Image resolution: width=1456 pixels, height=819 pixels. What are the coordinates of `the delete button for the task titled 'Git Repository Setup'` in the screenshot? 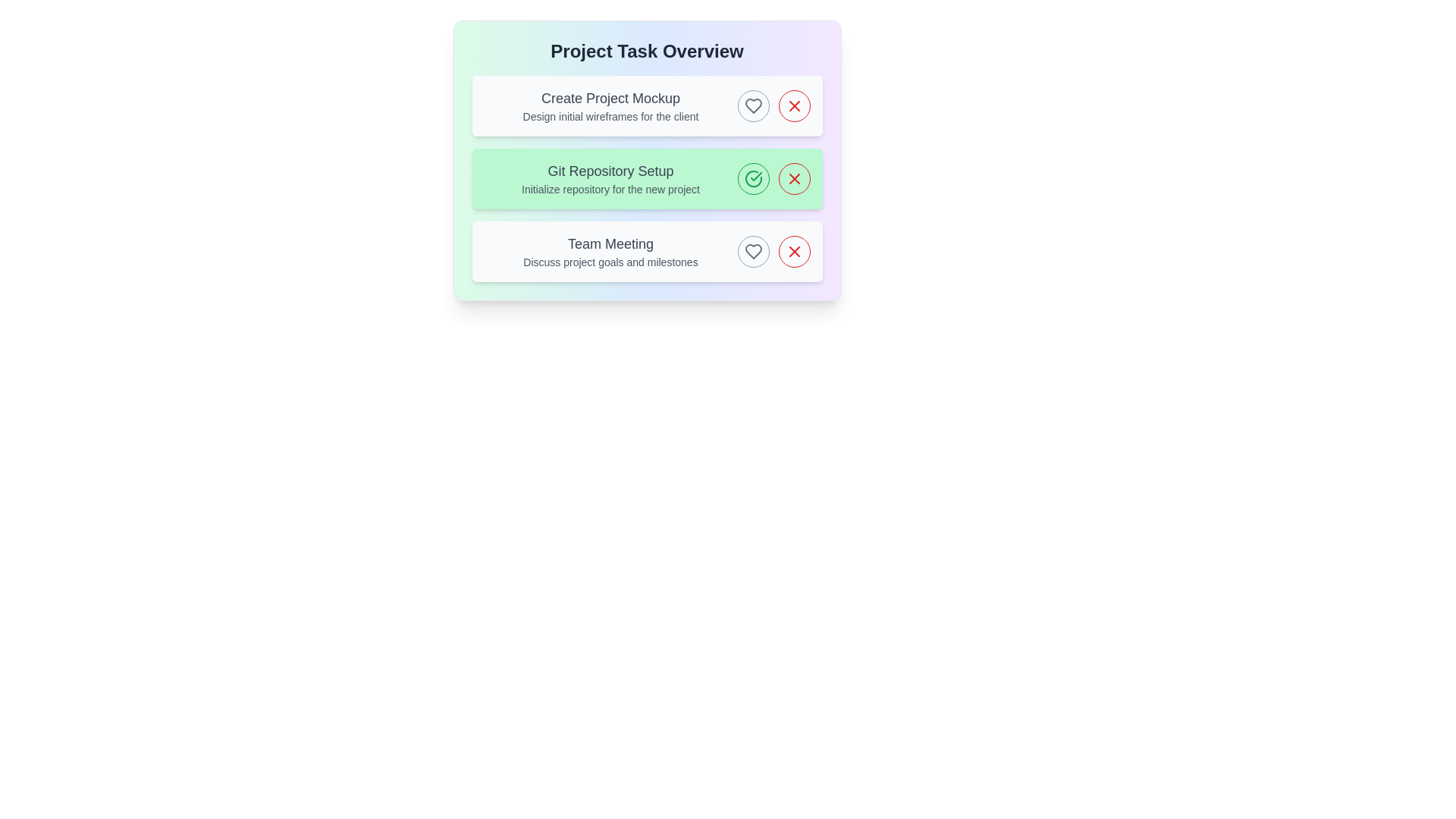 It's located at (793, 177).